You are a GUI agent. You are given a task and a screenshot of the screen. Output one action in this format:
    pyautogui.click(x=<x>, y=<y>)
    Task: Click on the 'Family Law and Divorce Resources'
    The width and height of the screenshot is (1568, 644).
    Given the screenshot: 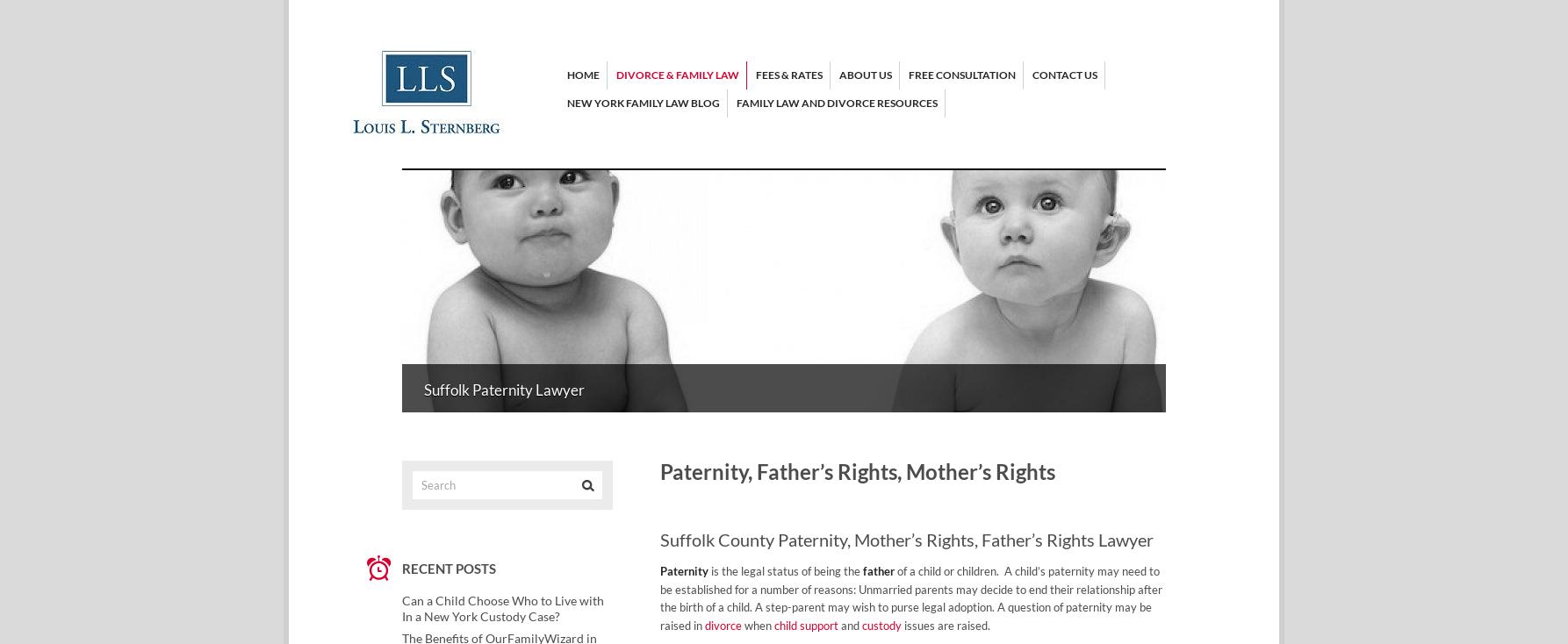 What is the action you would take?
    pyautogui.click(x=837, y=103)
    